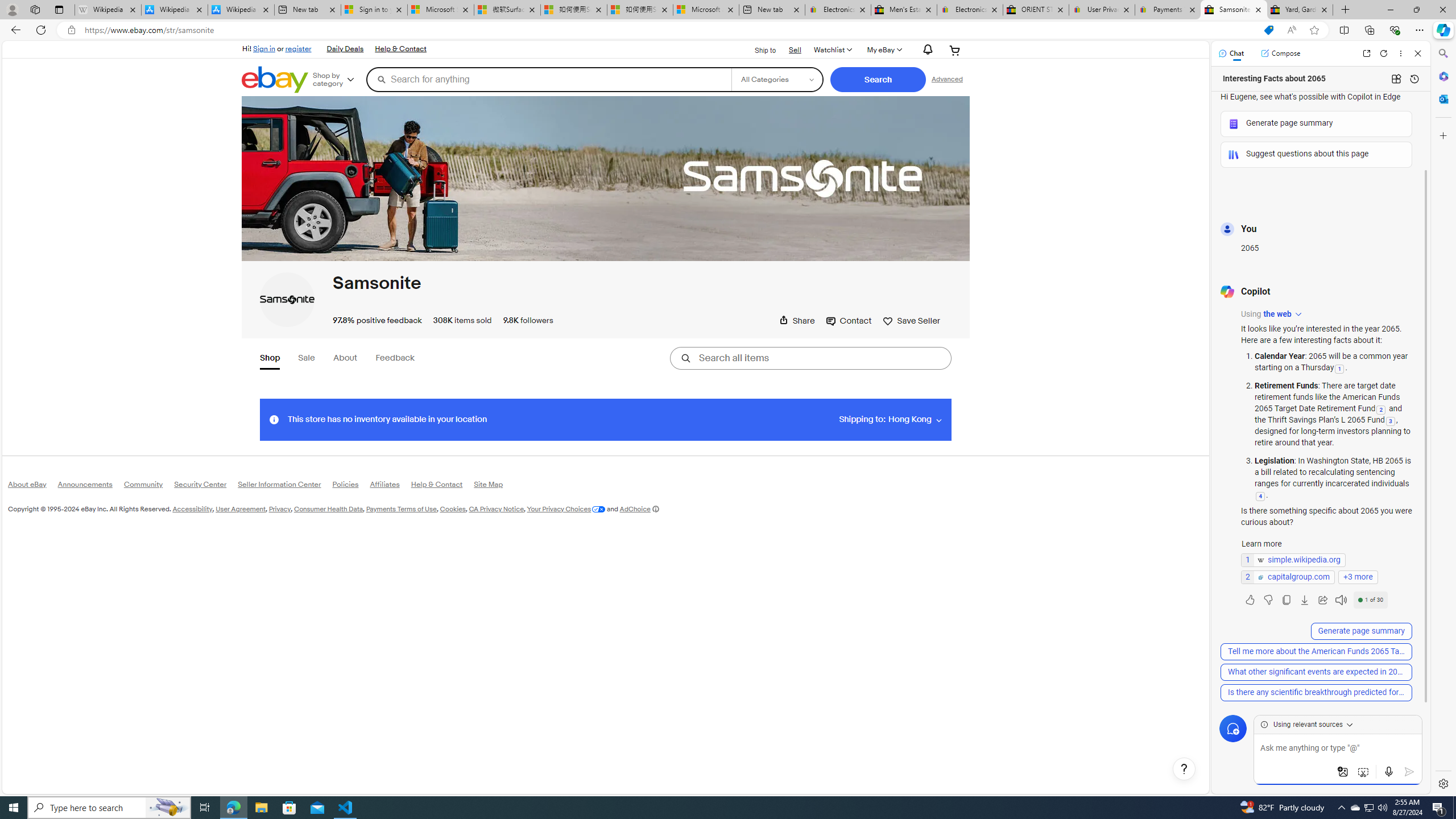 The height and width of the screenshot is (819, 1456). I want to click on 'Save Seller', so click(911, 320).